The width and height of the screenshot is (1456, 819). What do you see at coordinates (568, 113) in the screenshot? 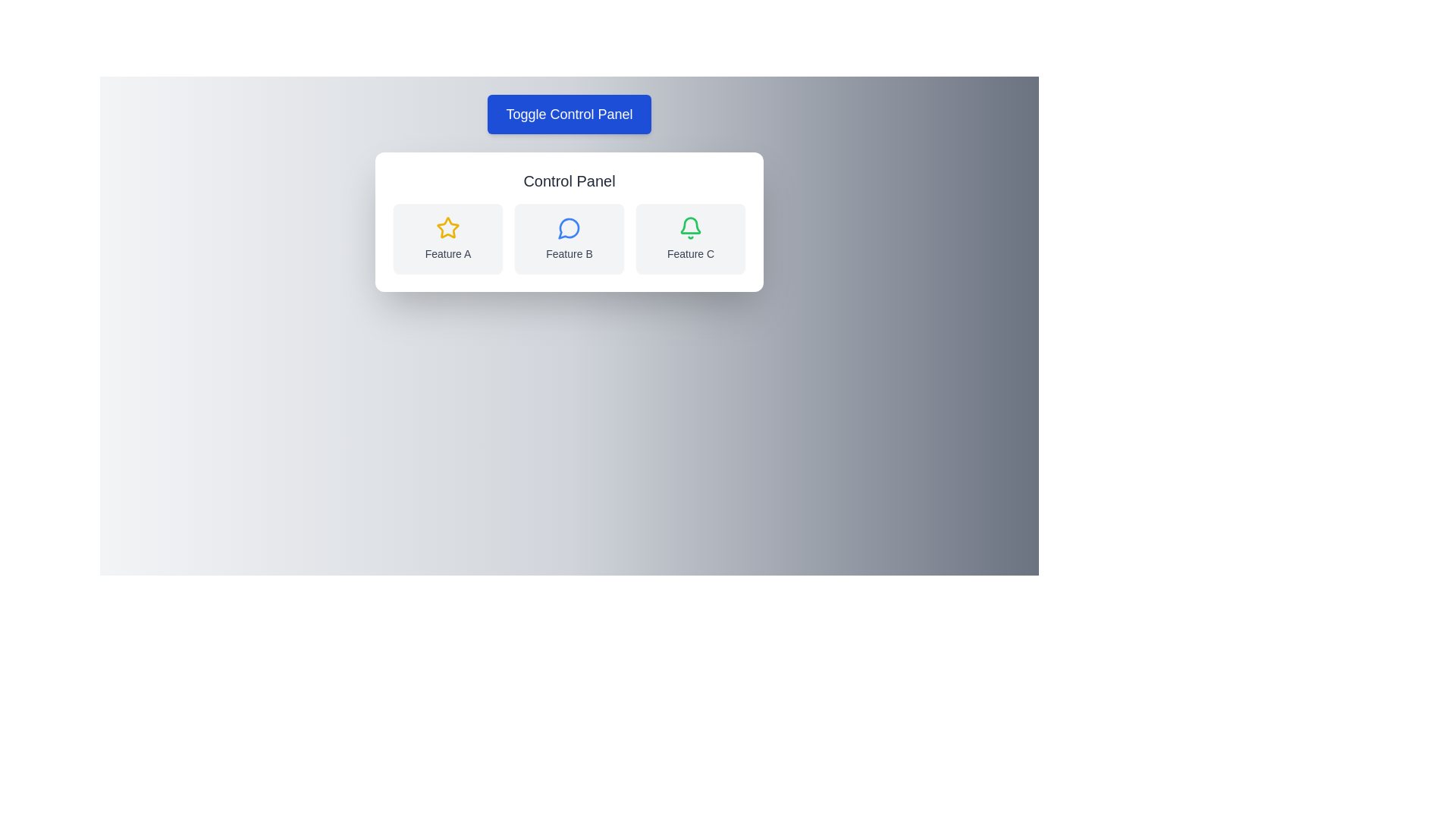
I see `the button that toggles the visibility or functionality of the 'Control Panel' section` at bounding box center [568, 113].